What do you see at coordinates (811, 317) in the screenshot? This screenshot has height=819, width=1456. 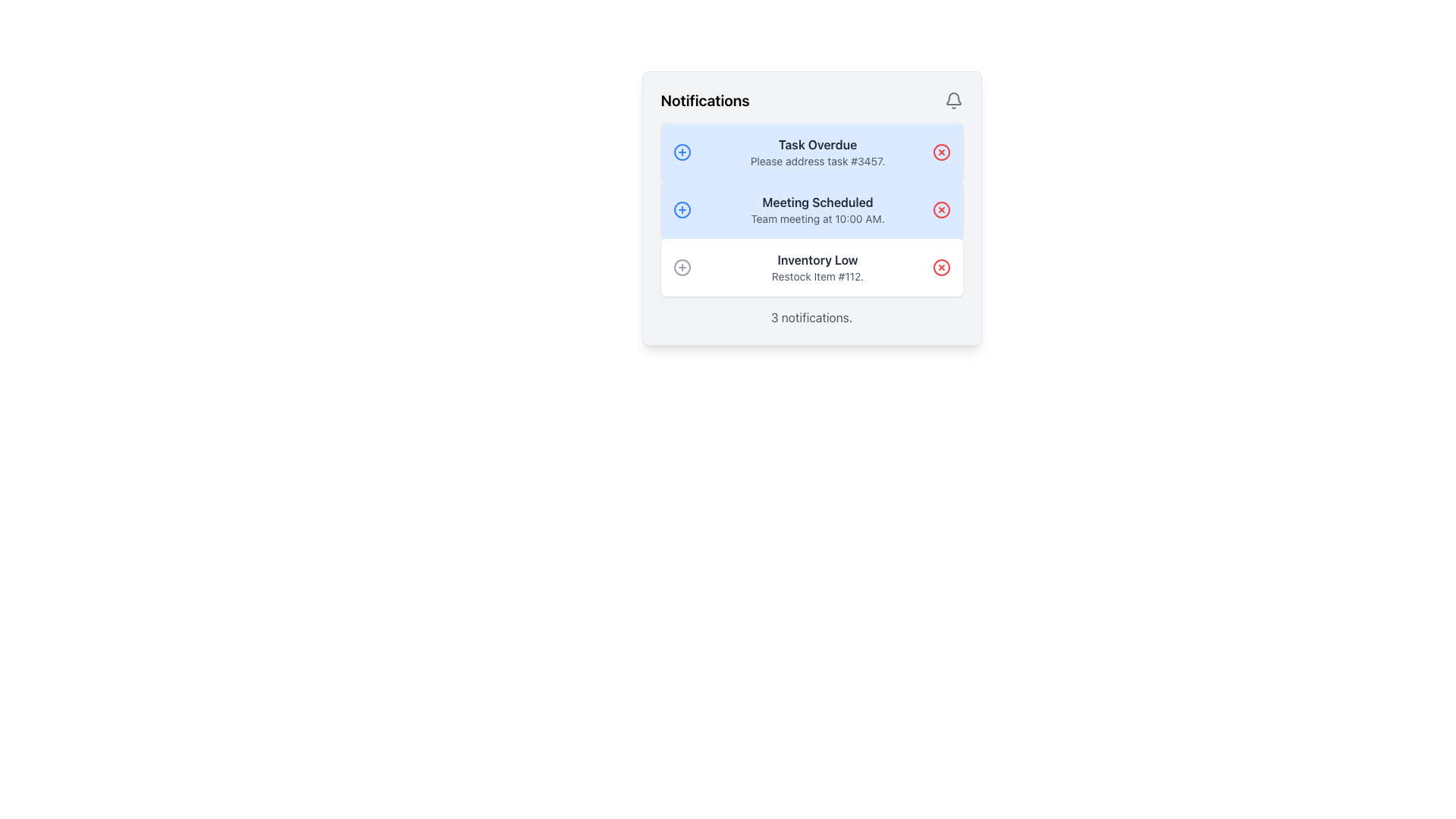 I see `the static text label that displays the total count of notifications, located at the bottom of the notifications card` at bounding box center [811, 317].